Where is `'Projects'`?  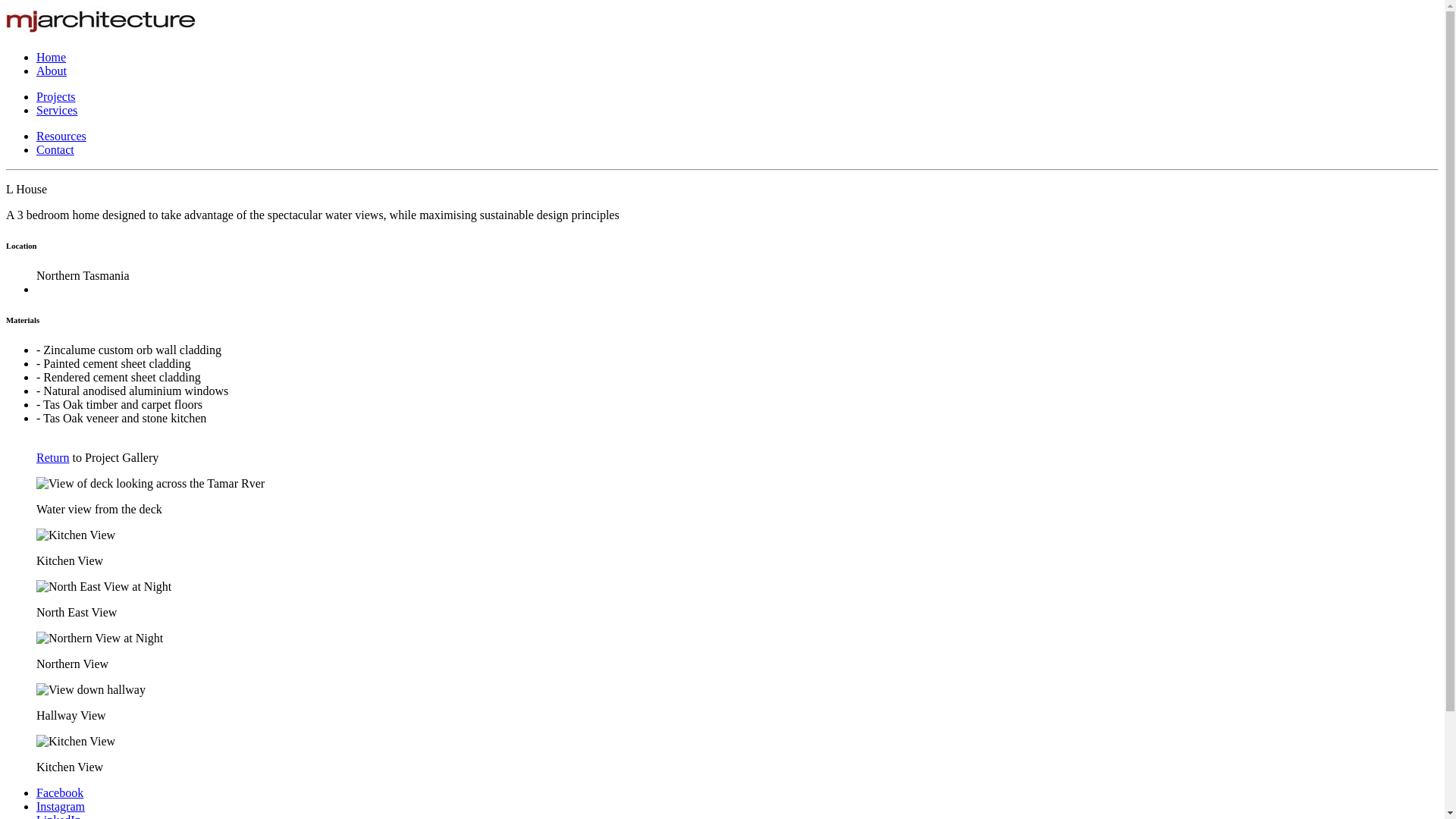 'Projects' is located at coordinates (55, 96).